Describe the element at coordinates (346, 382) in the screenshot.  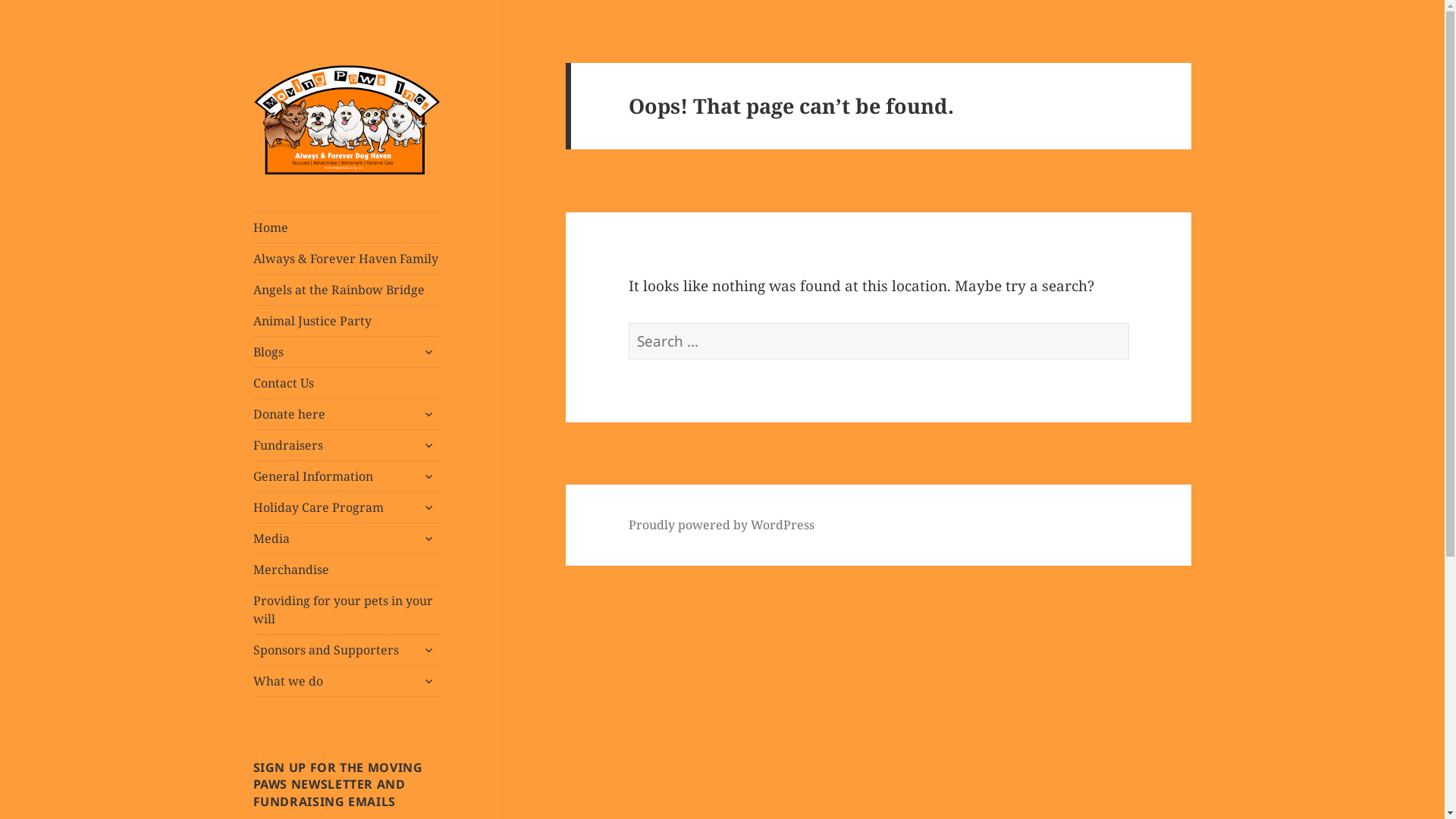
I see `'Contact Us'` at that location.